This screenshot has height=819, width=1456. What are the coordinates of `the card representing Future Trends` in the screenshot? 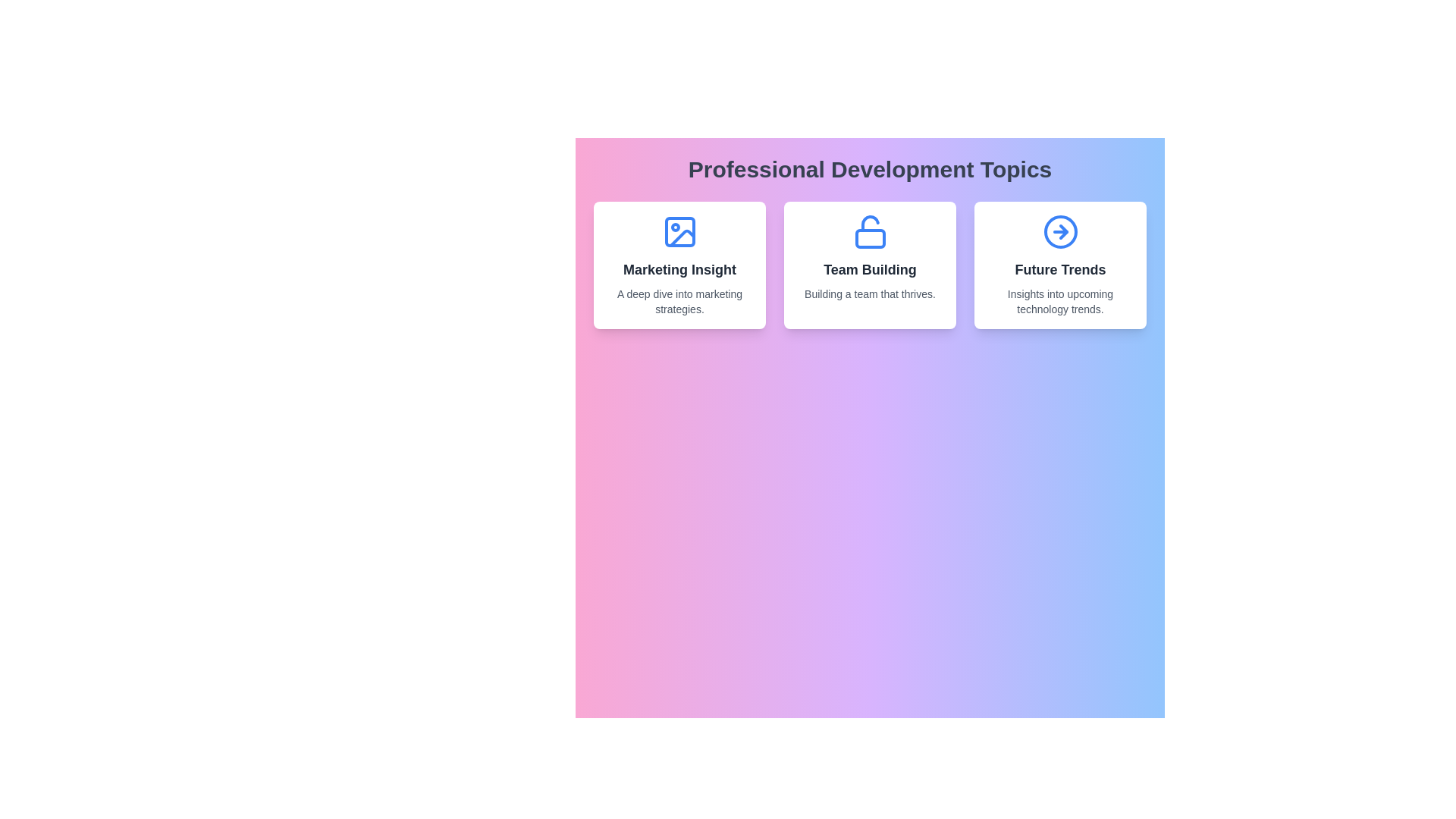 It's located at (1059, 265).